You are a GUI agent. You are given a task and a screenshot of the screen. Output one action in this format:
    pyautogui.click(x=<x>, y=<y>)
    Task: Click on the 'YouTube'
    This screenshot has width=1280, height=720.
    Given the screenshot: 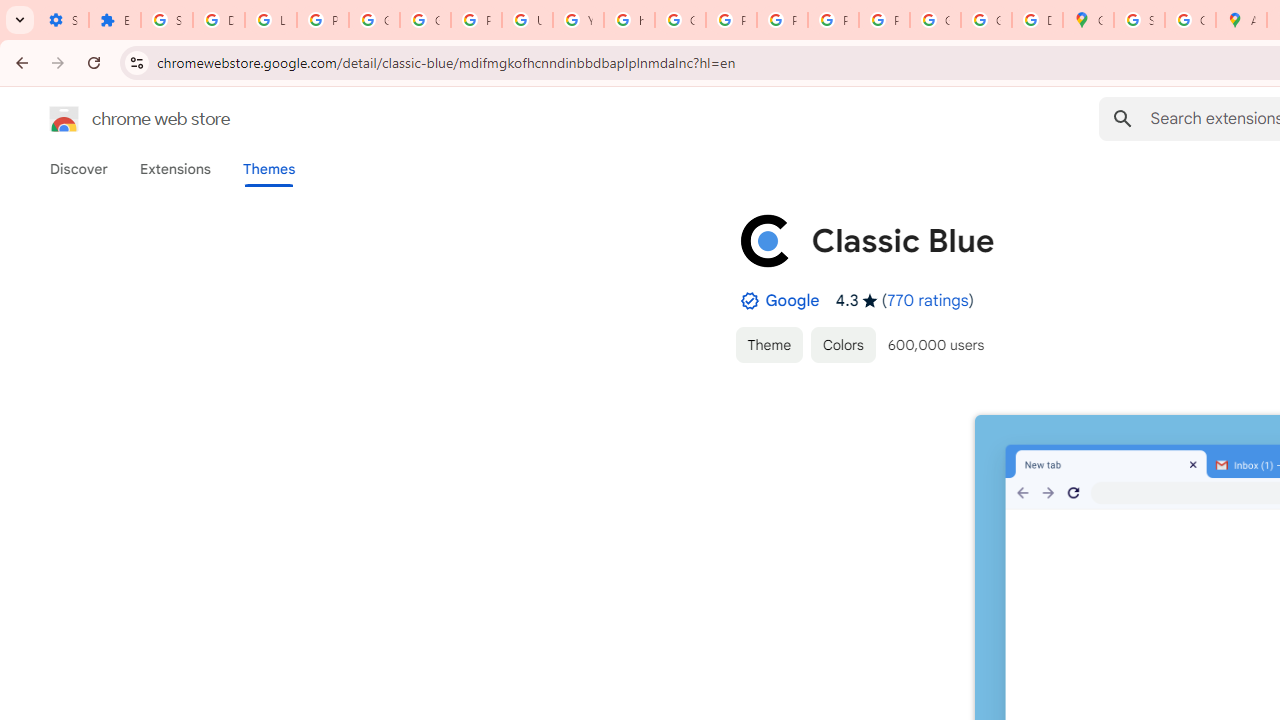 What is the action you would take?
    pyautogui.click(x=577, y=20)
    